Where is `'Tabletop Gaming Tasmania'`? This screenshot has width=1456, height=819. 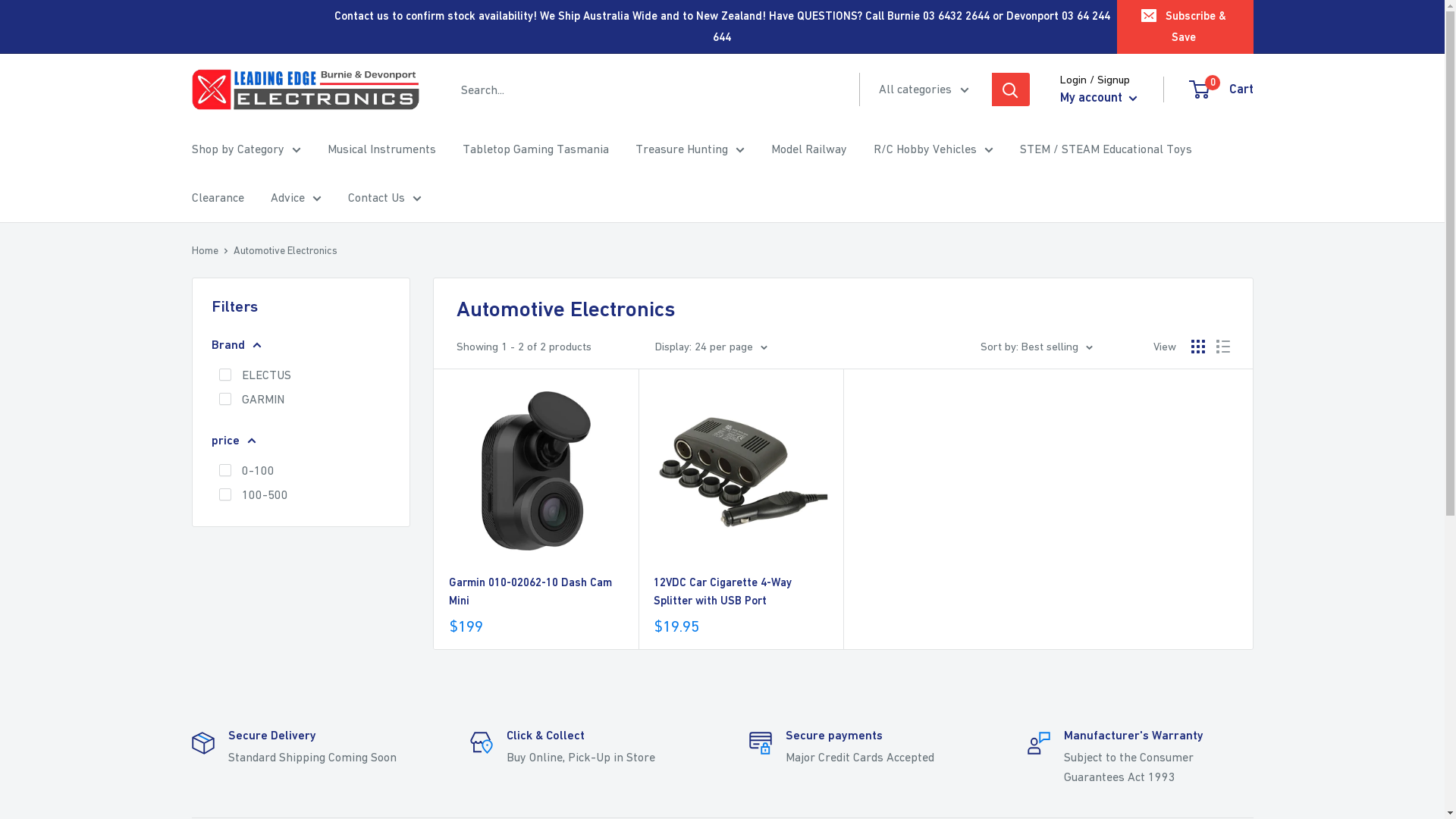
'Tabletop Gaming Tasmania' is located at coordinates (461, 149).